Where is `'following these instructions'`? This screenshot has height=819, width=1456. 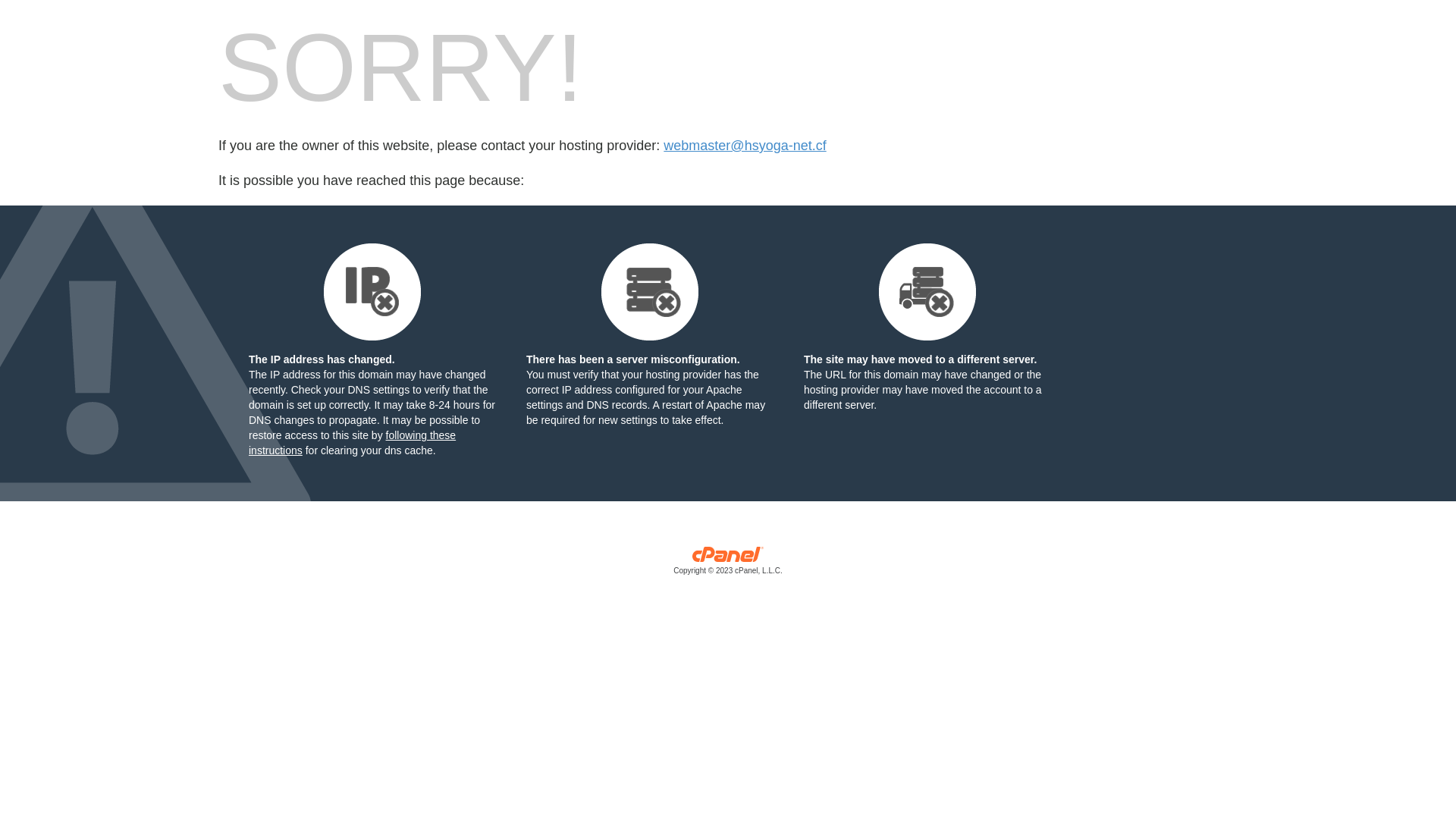
'following these instructions' is located at coordinates (351, 442).